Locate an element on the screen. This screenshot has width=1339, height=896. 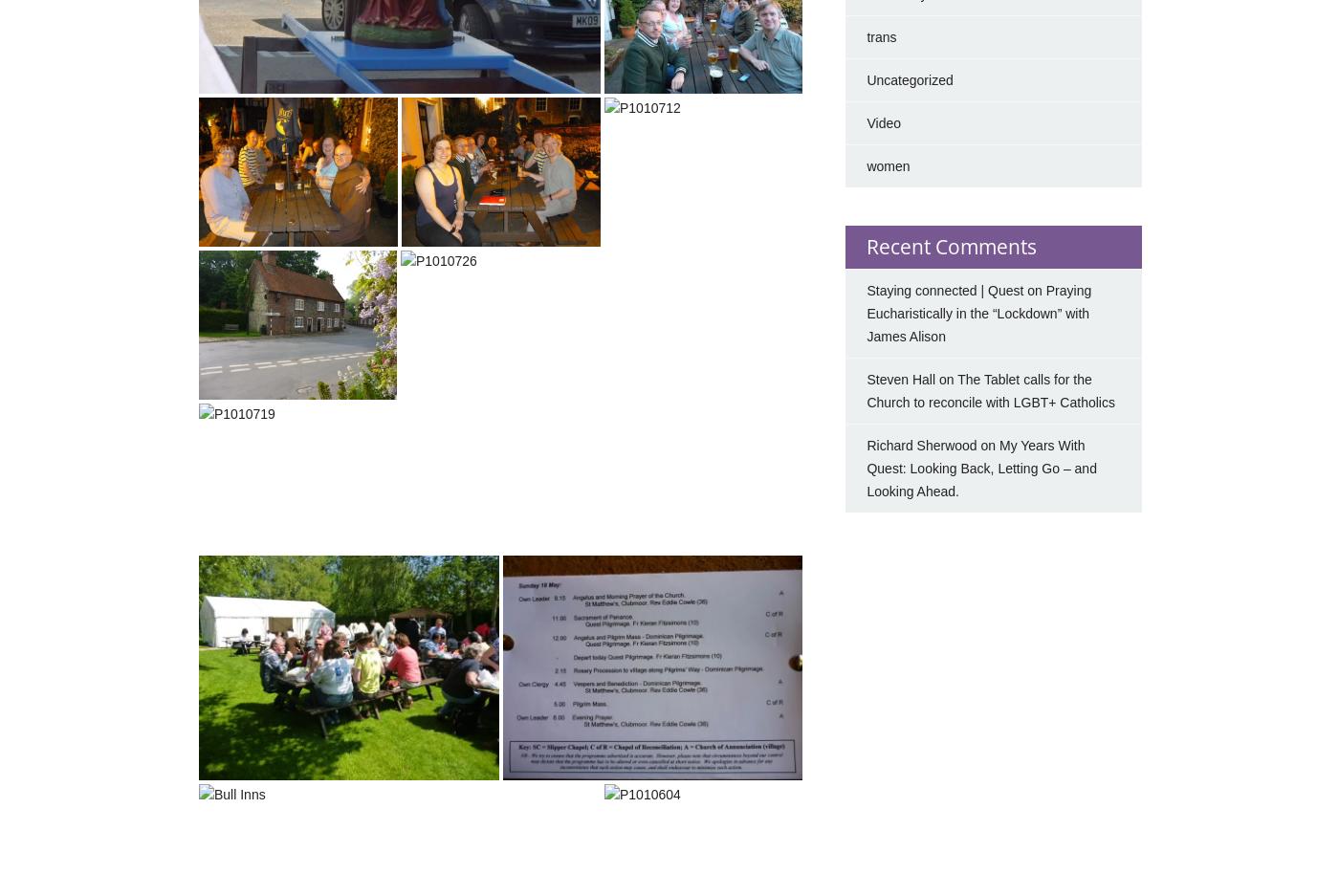
'My Years With Quest: Looking Back, Letting Go – and Looking Ahead.' is located at coordinates (981, 468).